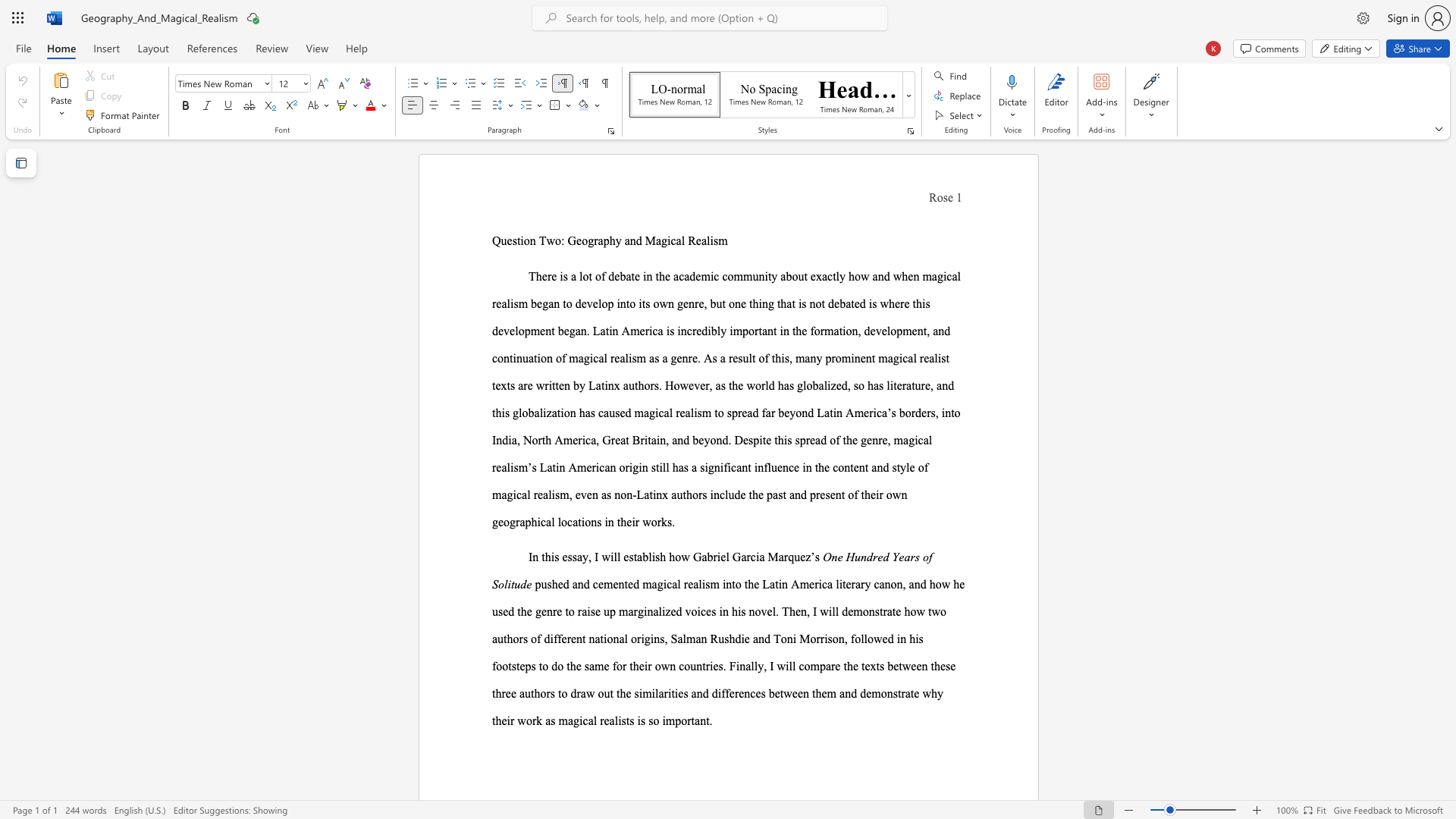  Describe the element at coordinates (904, 610) in the screenshot. I see `the subset text "how two authors of different national origins, Salman Rushdie and Toni" within the text "how two authors of different national origins, Salman Rushdie and Toni Morrison,"` at that location.